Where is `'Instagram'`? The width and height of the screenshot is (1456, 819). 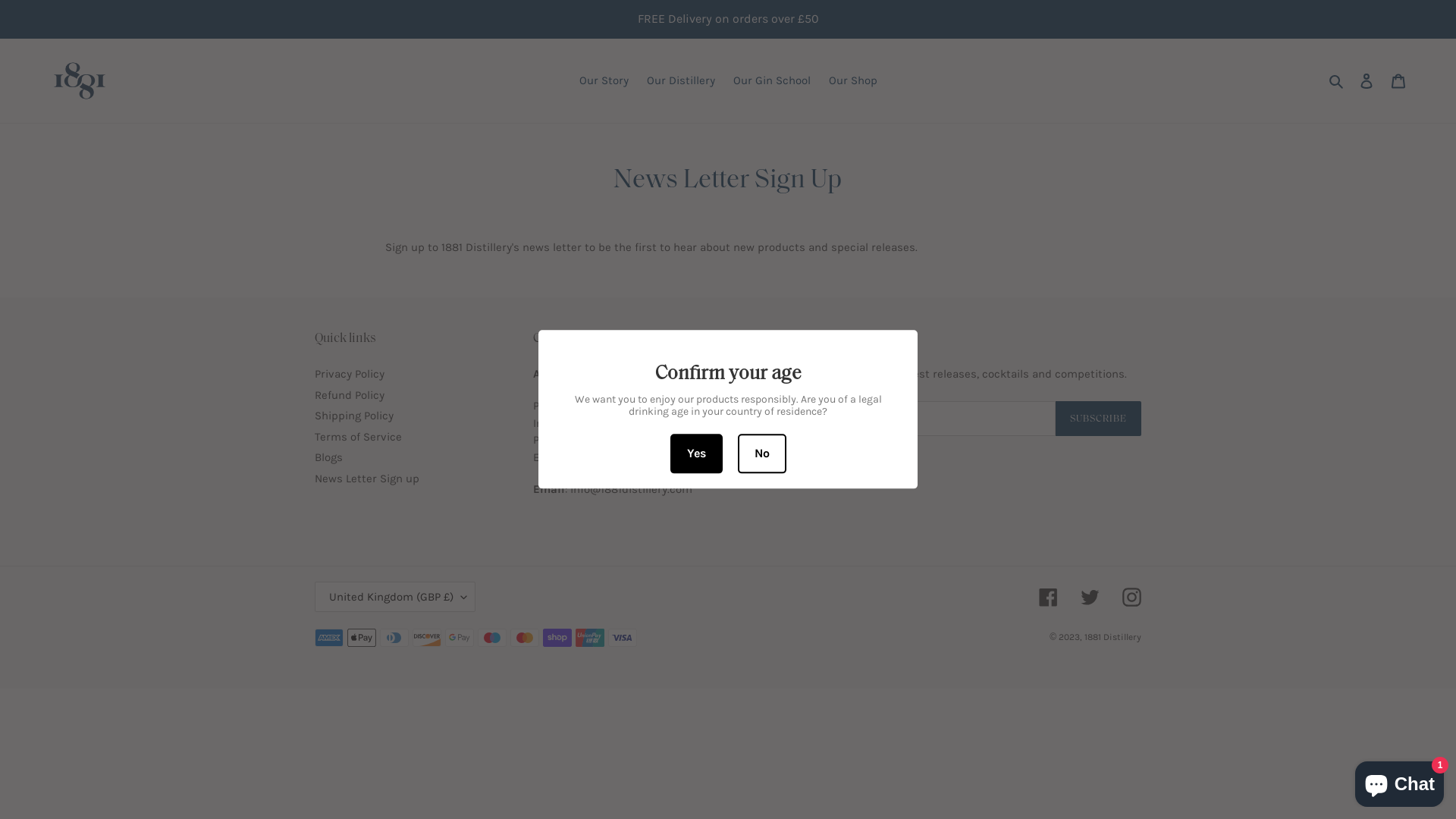 'Instagram' is located at coordinates (1131, 596).